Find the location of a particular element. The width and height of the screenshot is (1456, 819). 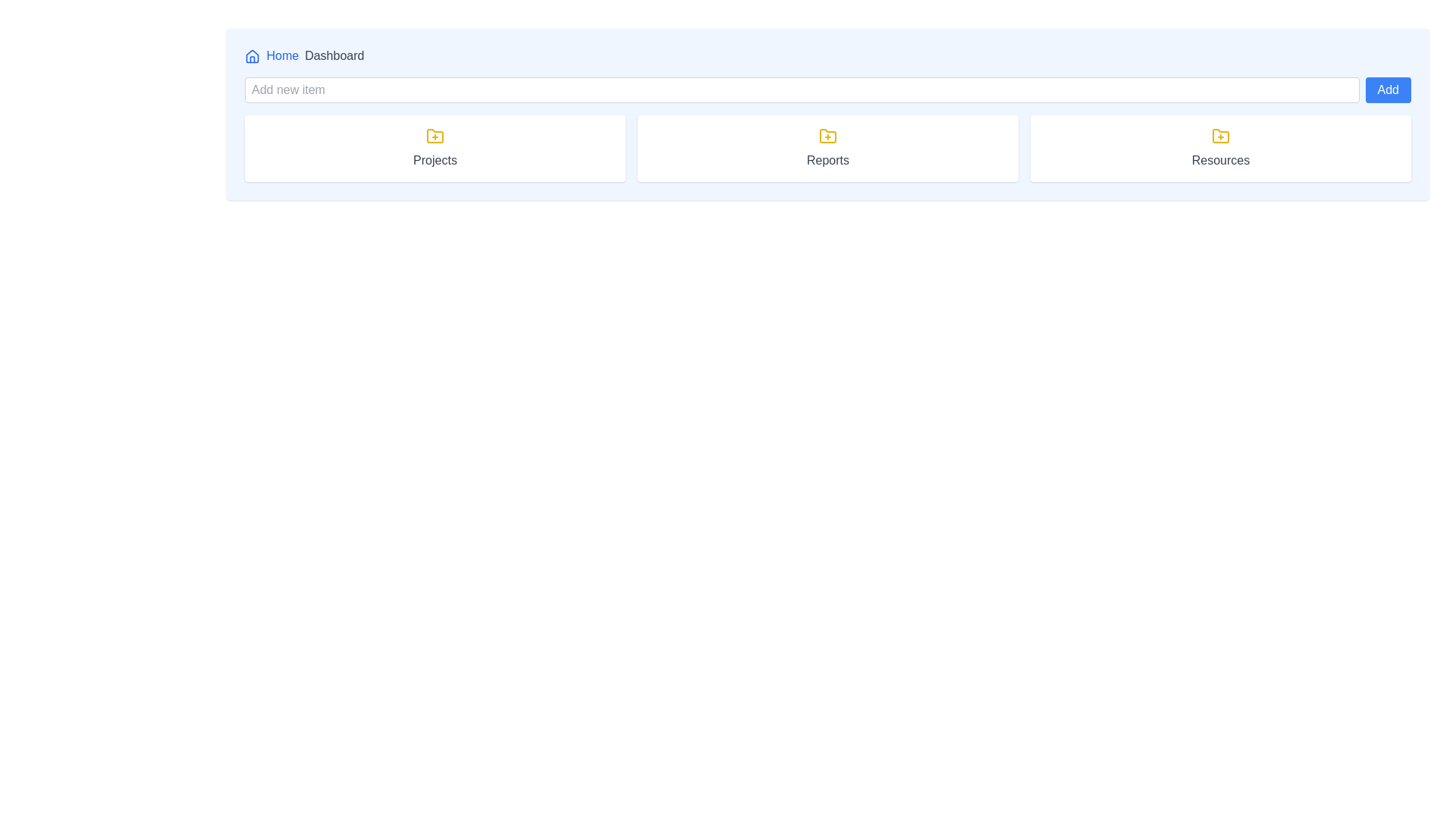

the SVG icon representing a house located adjacent to the 'Home' text in the breadcrumb navigation area is located at coordinates (252, 55).